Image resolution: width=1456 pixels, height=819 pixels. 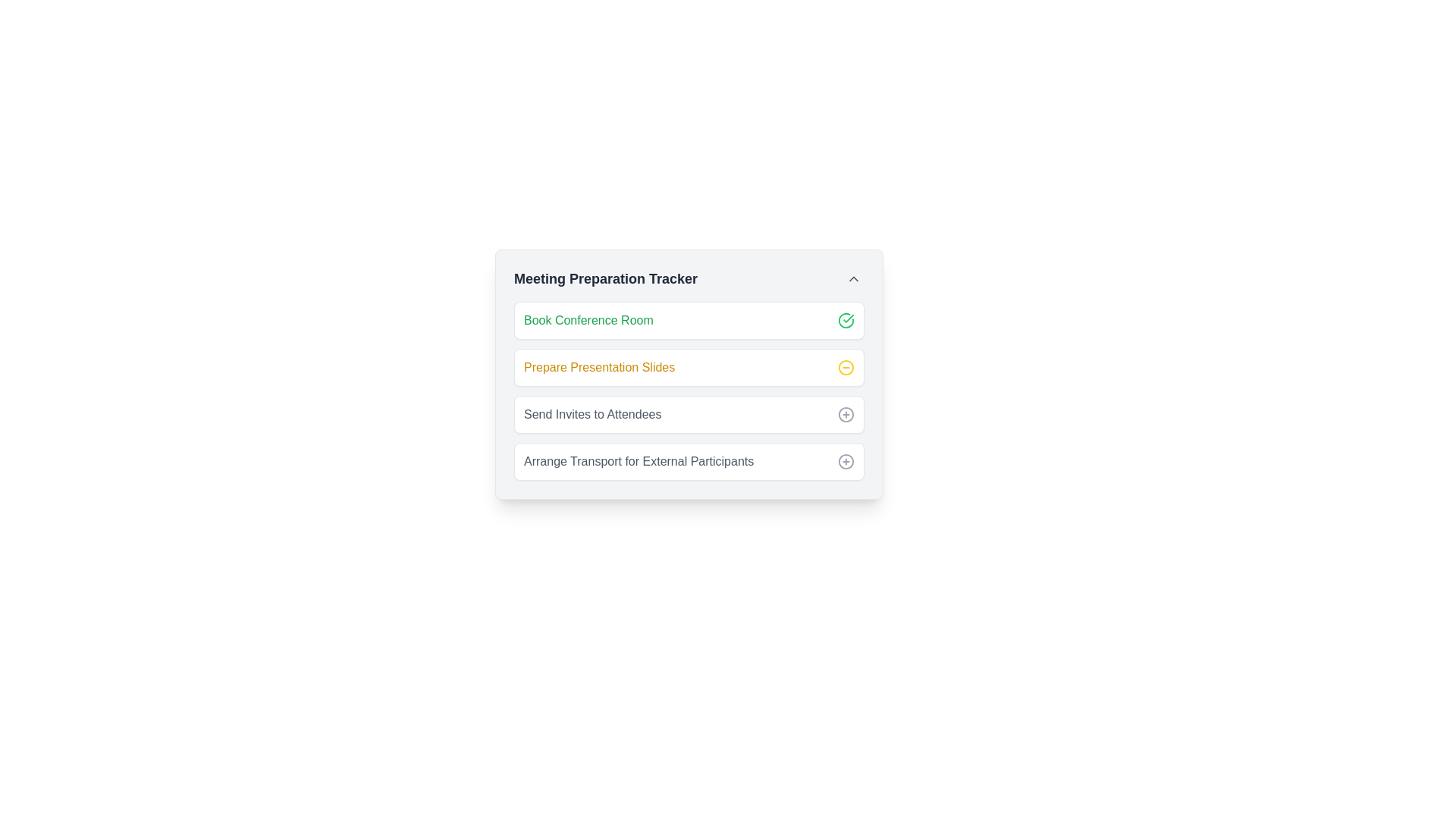 I want to click on the icon to the right of the 'Prepare Presentation Slides' task item, which is used to mark the task as incomplete or needing action, so click(x=846, y=368).